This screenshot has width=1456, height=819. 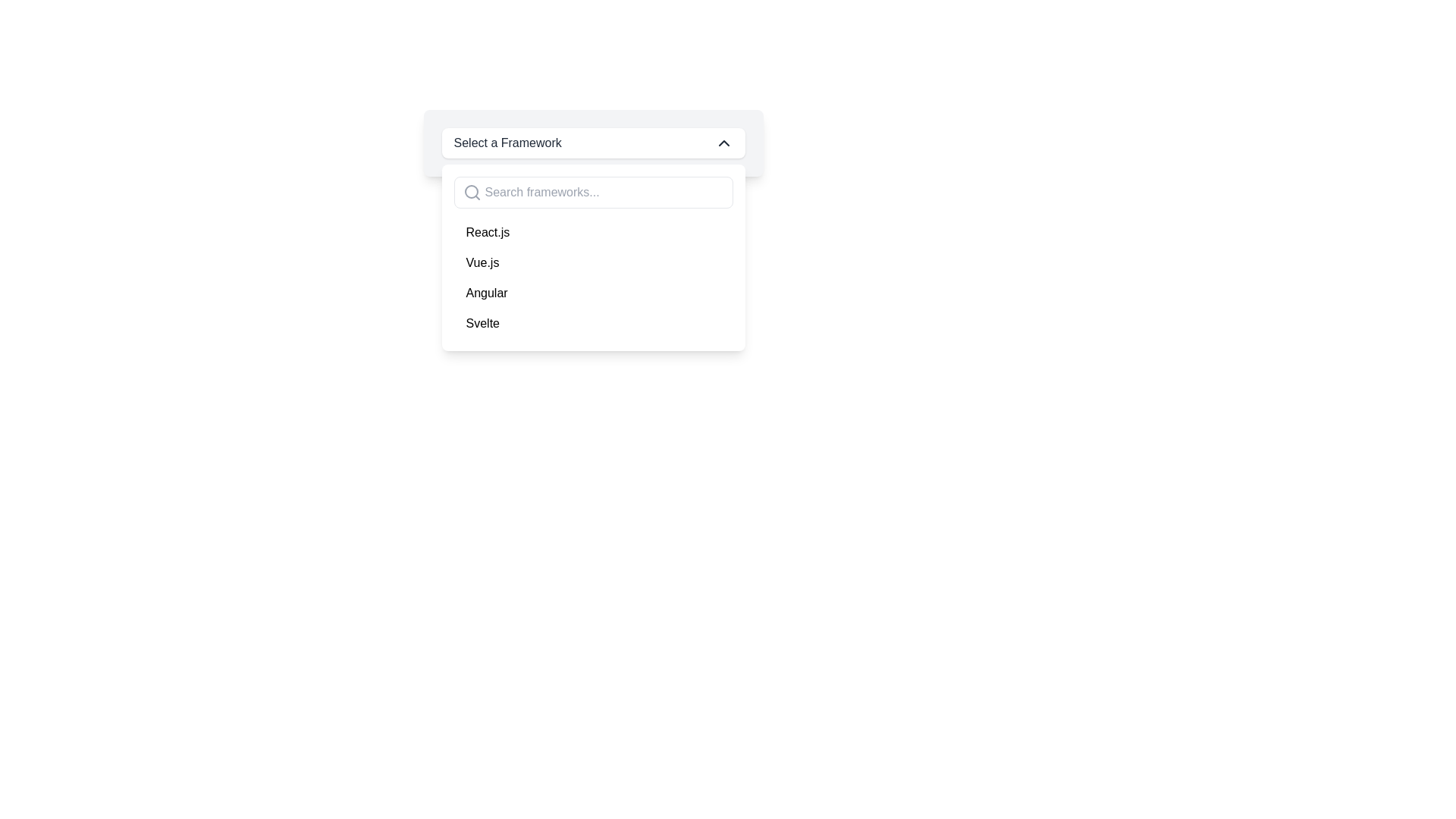 What do you see at coordinates (470, 191) in the screenshot?
I see `the circular graphical component of the magnifying glass icon located to the left of the input field labeled 'Search frameworks...'` at bounding box center [470, 191].